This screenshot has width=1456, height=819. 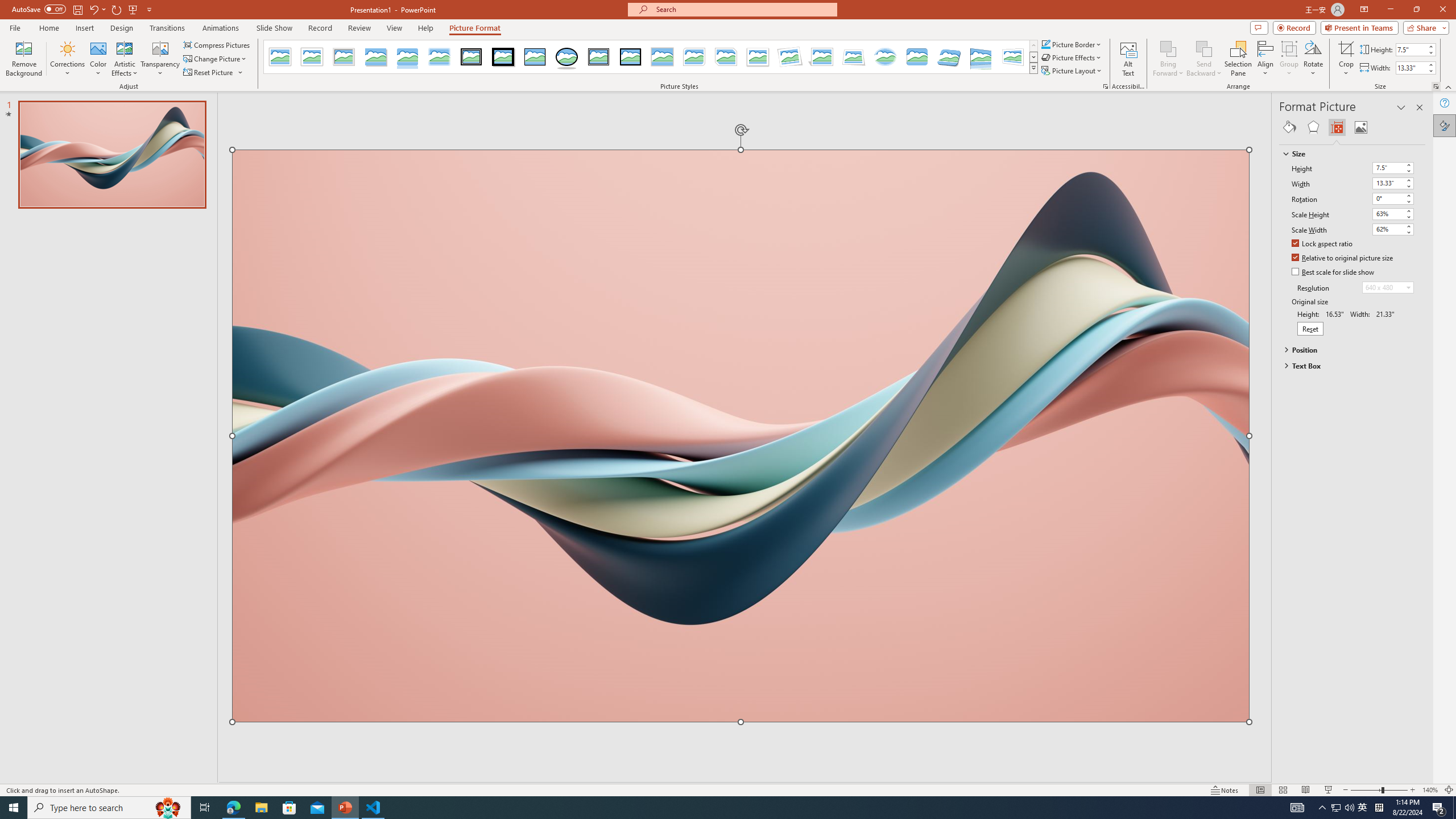 I want to click on 'Quick Access Toolbar', so click(x=82, y=9).